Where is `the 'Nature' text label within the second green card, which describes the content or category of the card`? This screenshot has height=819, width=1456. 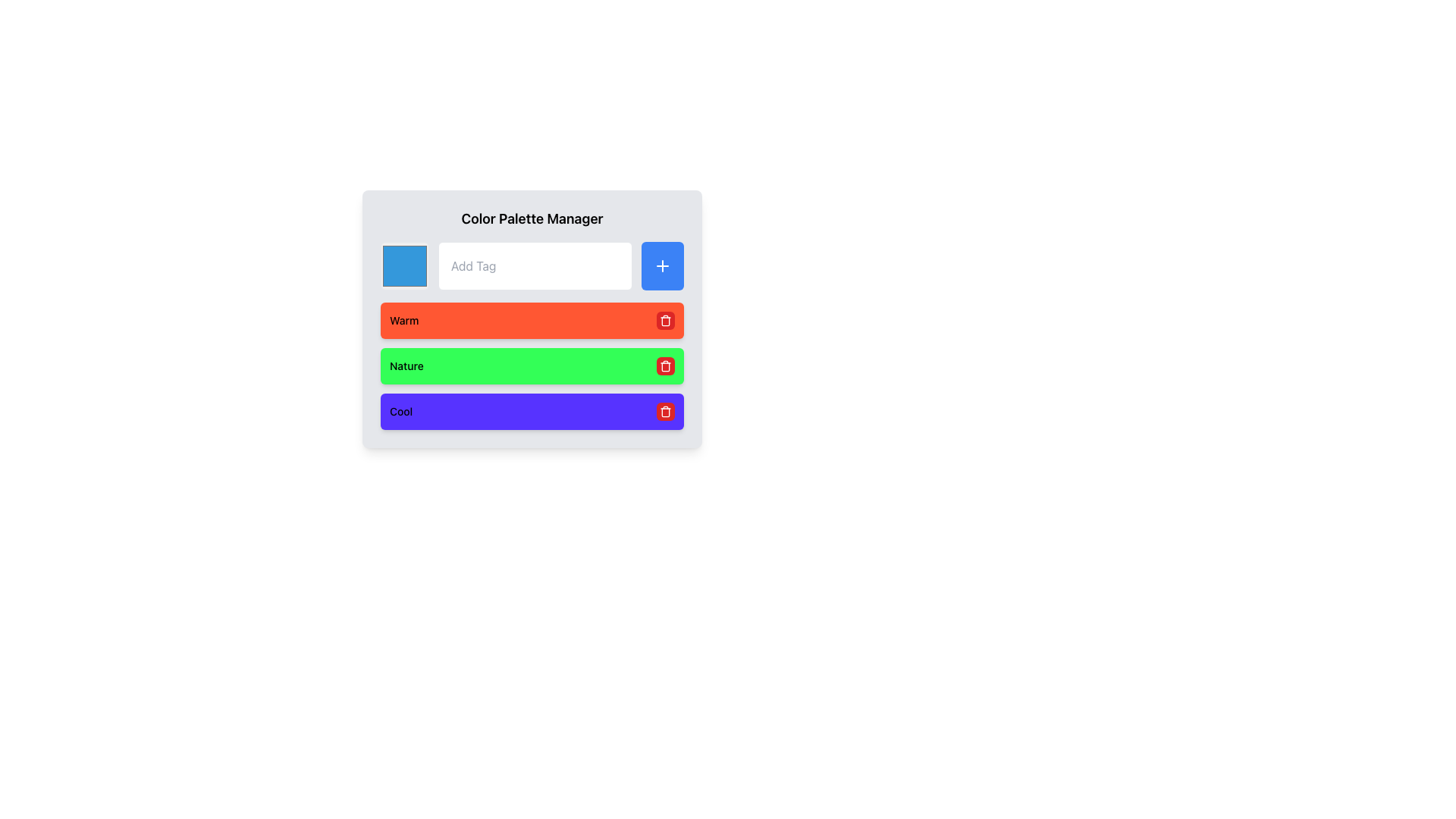
the 'Nature' text label within the second green card, which describes the content or category of the card is located at coordinates (406, 366).